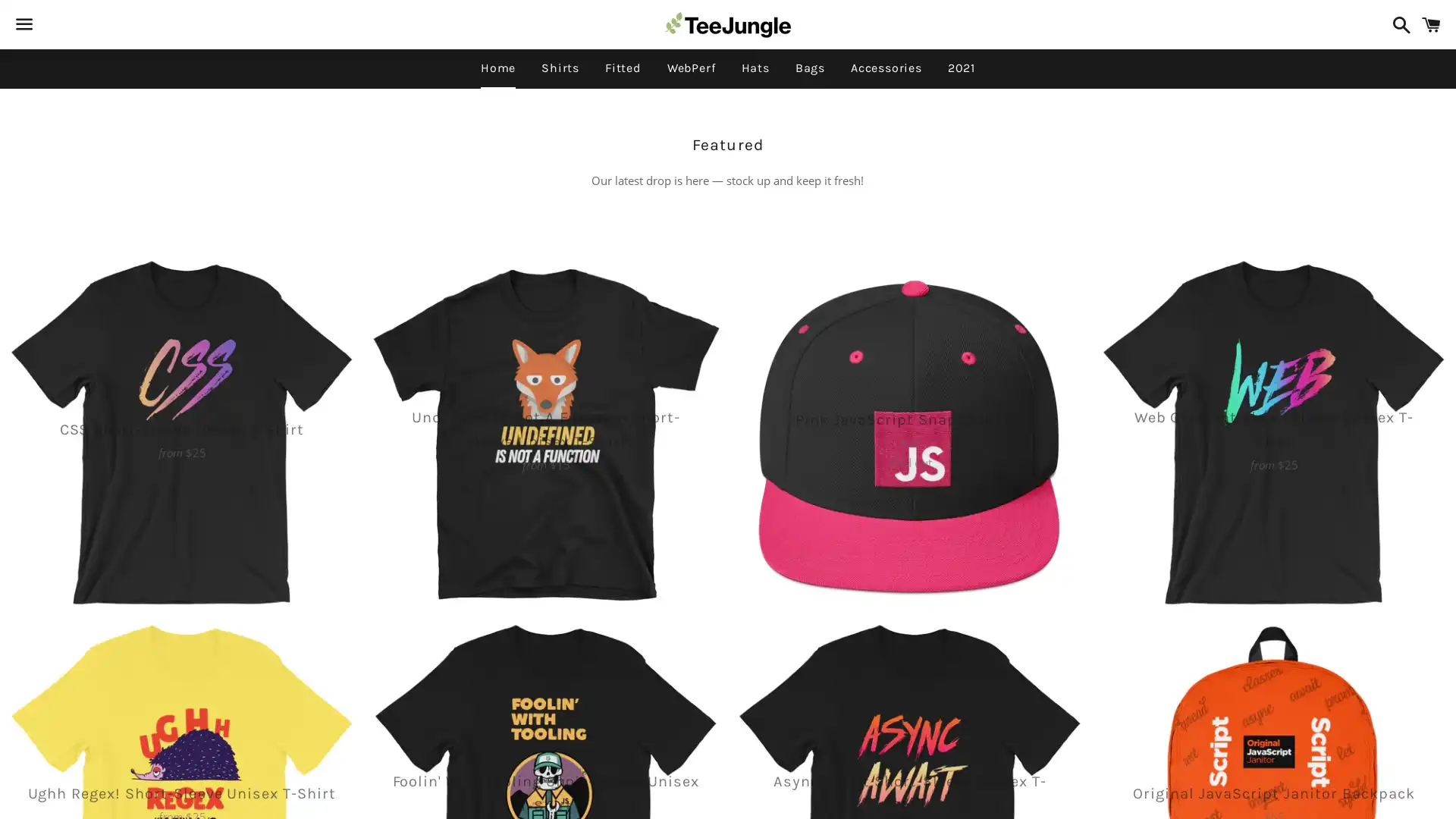 The height and width of the screenshot is (819, 1456). What do you see at coordinates (24, 24) in the screenshot?
I see `Menu` at bounding box center [24, 24].